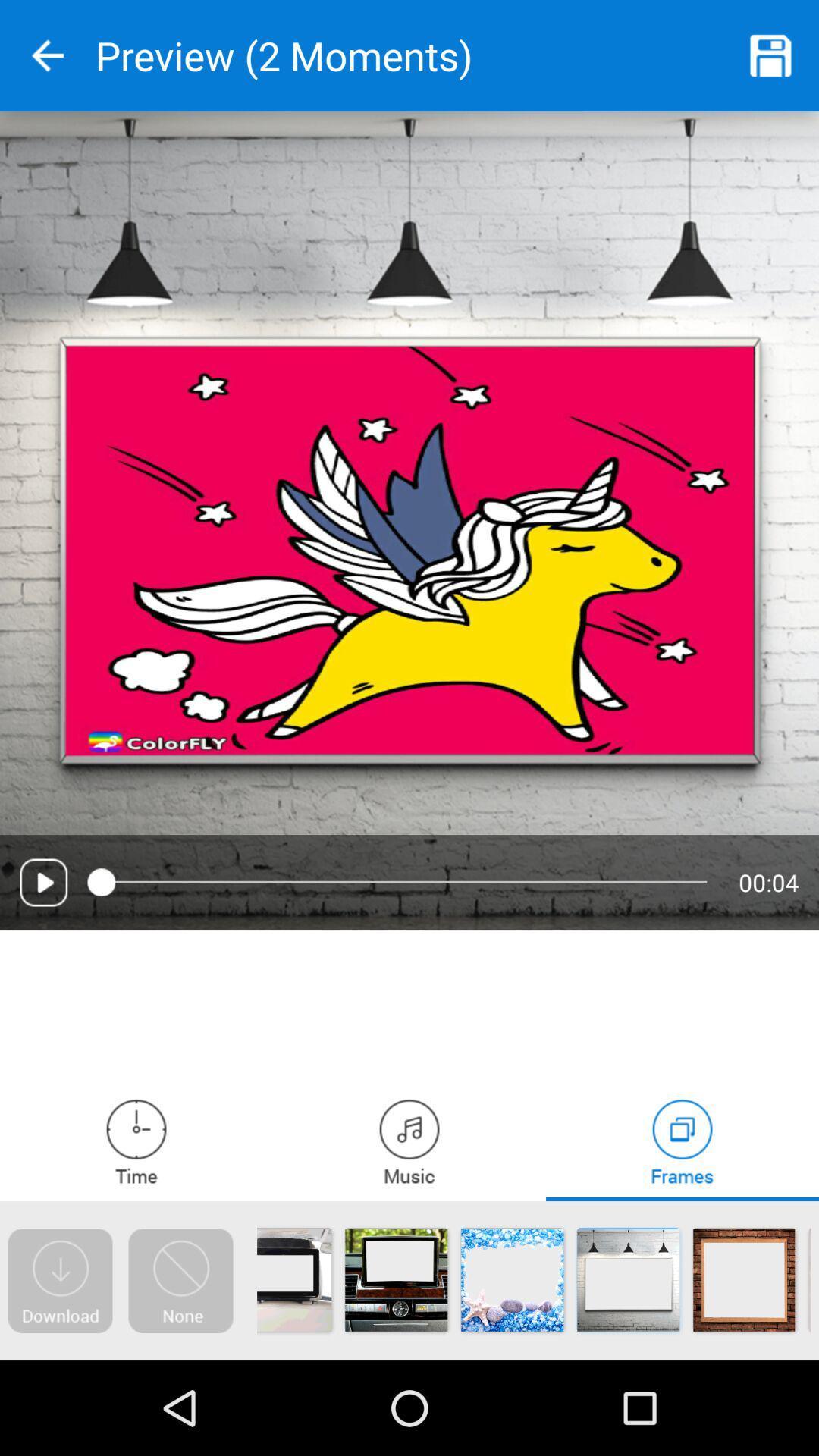  I want to click on the microphone icon, so click(136, 1141).